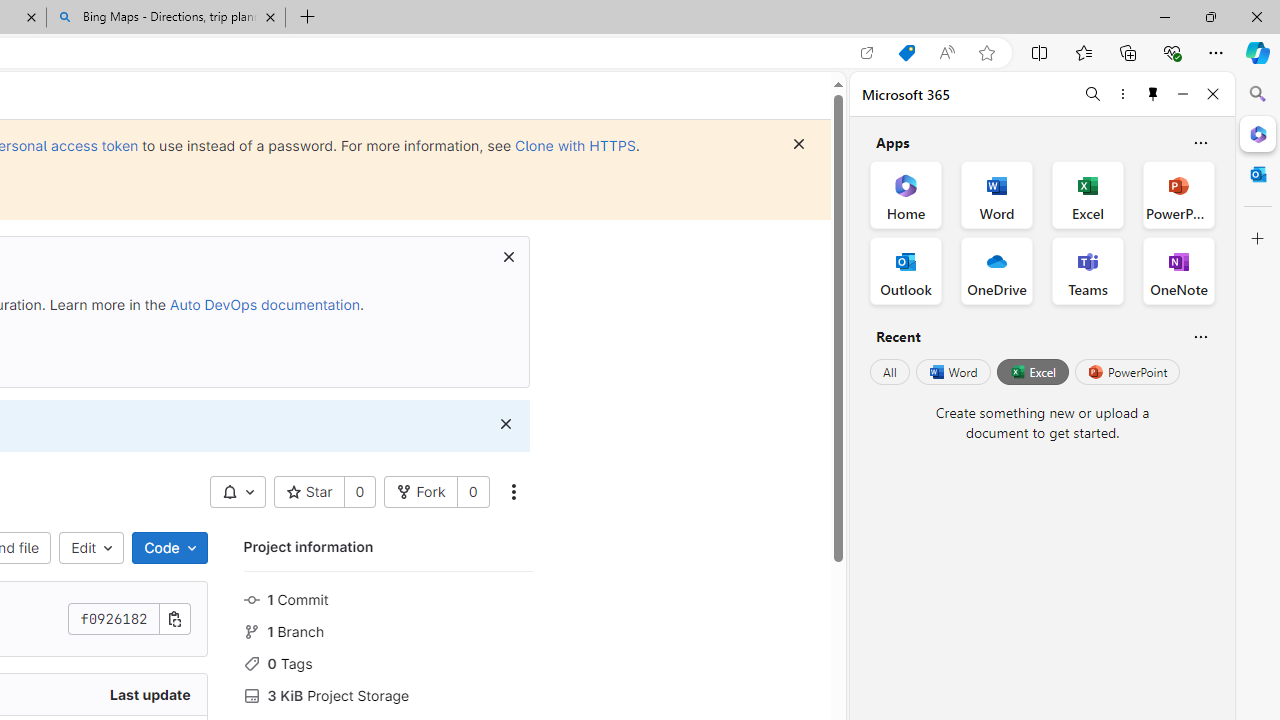 This screenshot has width=1280, height=720. Describe the element at coordinates (513, 492) in the screenshot. I see `'More actions'` at that location.